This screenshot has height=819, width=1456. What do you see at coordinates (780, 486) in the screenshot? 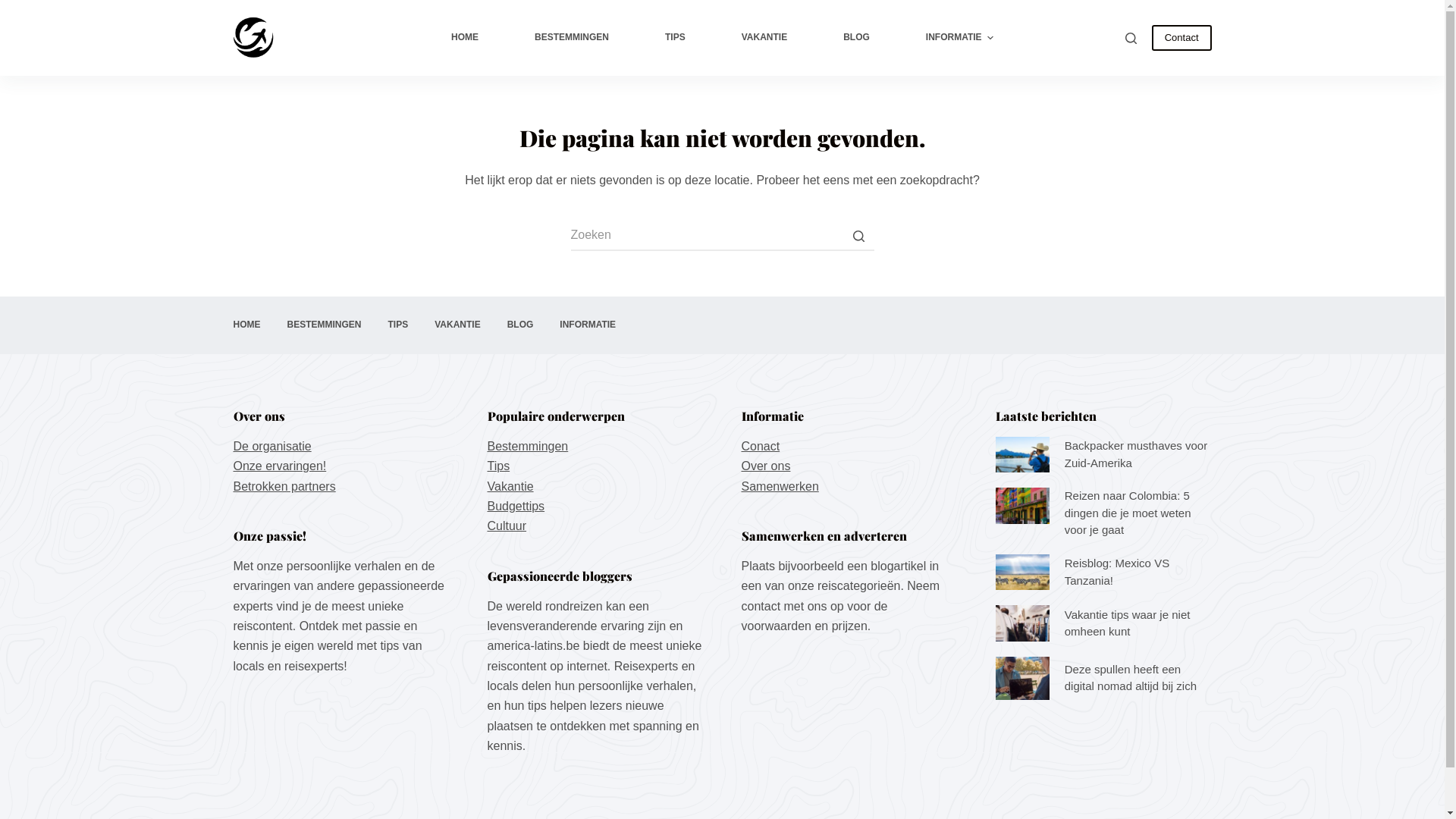
I see `'Samenwerken'` at bounding box center [780, 486].